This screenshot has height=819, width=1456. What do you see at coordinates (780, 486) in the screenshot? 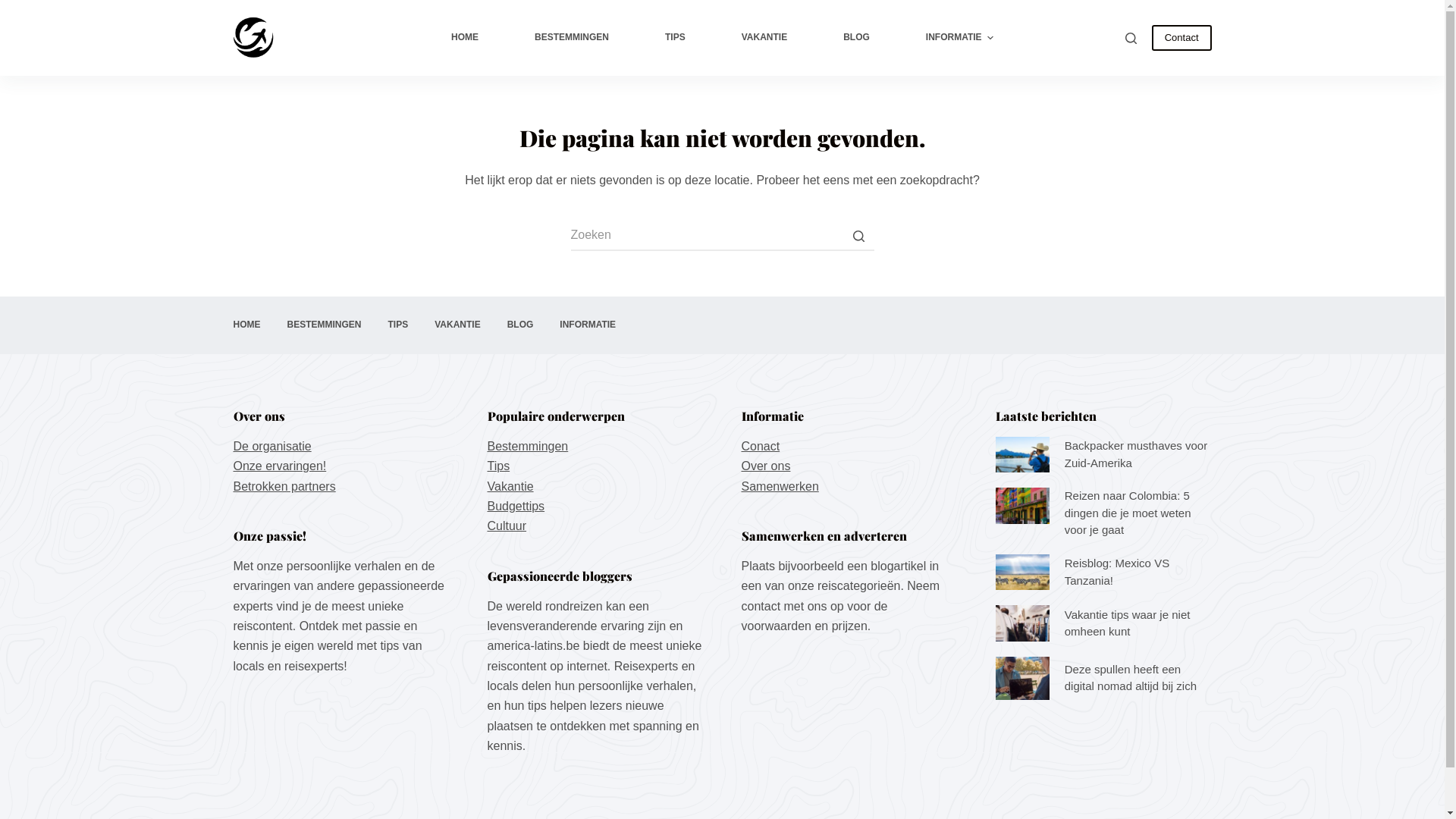
I see `'Samenwerken'` at bounding box center [780, 486].